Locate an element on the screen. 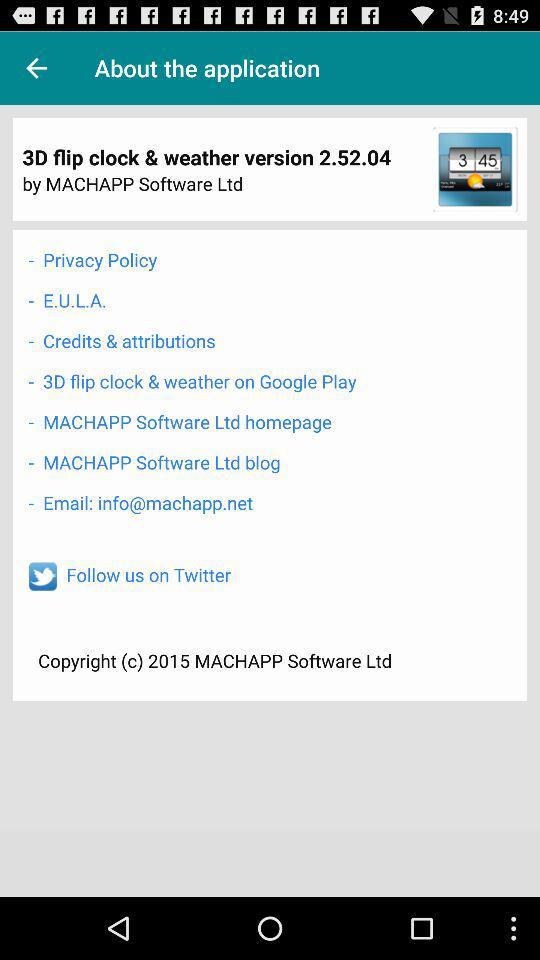 The image size is (540, 960). item above the -  credits & attributions item is located at coordinates (67, 299).